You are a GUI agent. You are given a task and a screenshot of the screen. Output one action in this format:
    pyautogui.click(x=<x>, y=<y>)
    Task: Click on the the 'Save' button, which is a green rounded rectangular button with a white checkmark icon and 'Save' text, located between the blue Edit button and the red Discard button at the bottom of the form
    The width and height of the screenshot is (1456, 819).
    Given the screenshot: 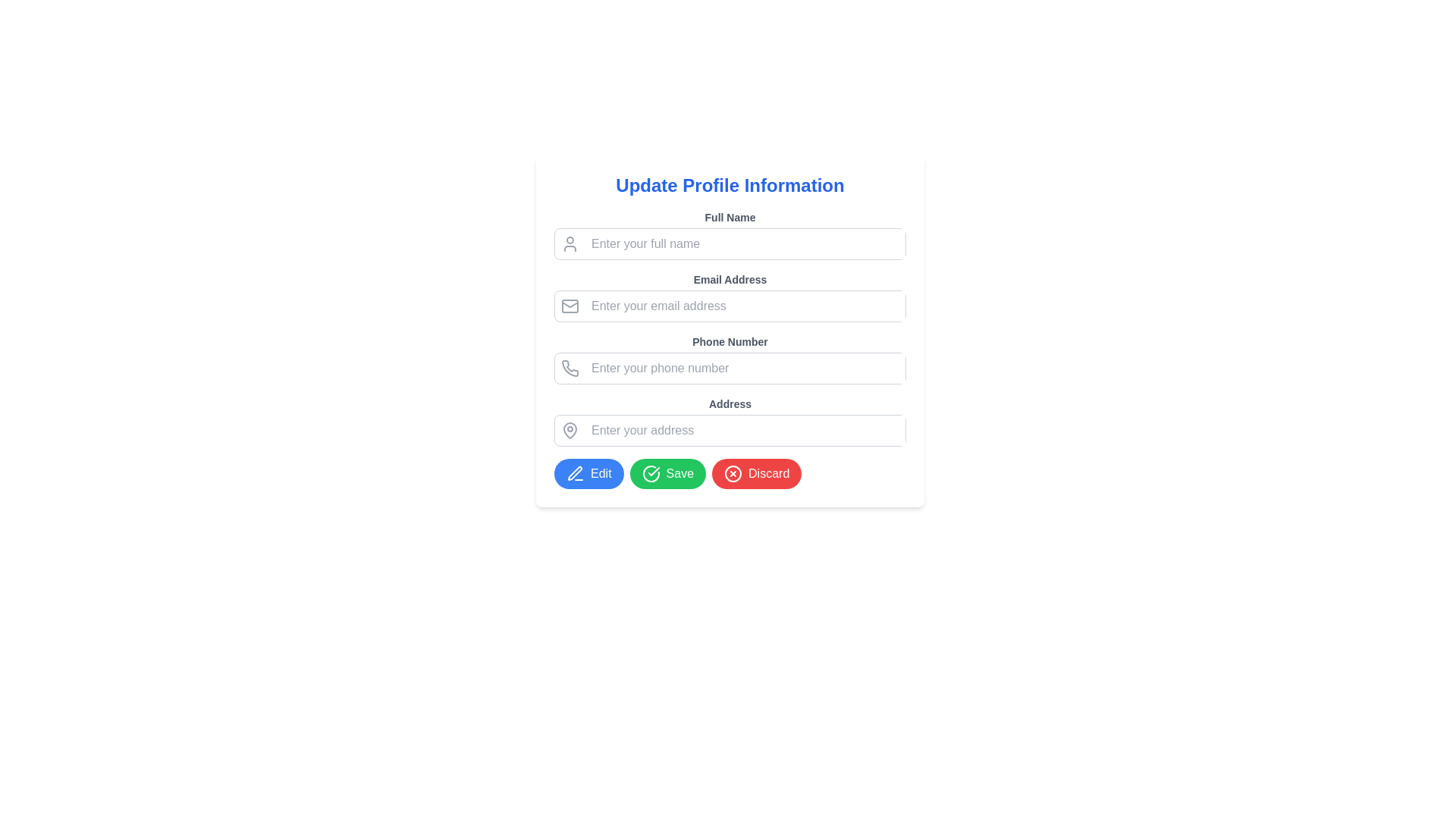 What is the action you would take?
    pyautogui.click(x=667, y=472)
    